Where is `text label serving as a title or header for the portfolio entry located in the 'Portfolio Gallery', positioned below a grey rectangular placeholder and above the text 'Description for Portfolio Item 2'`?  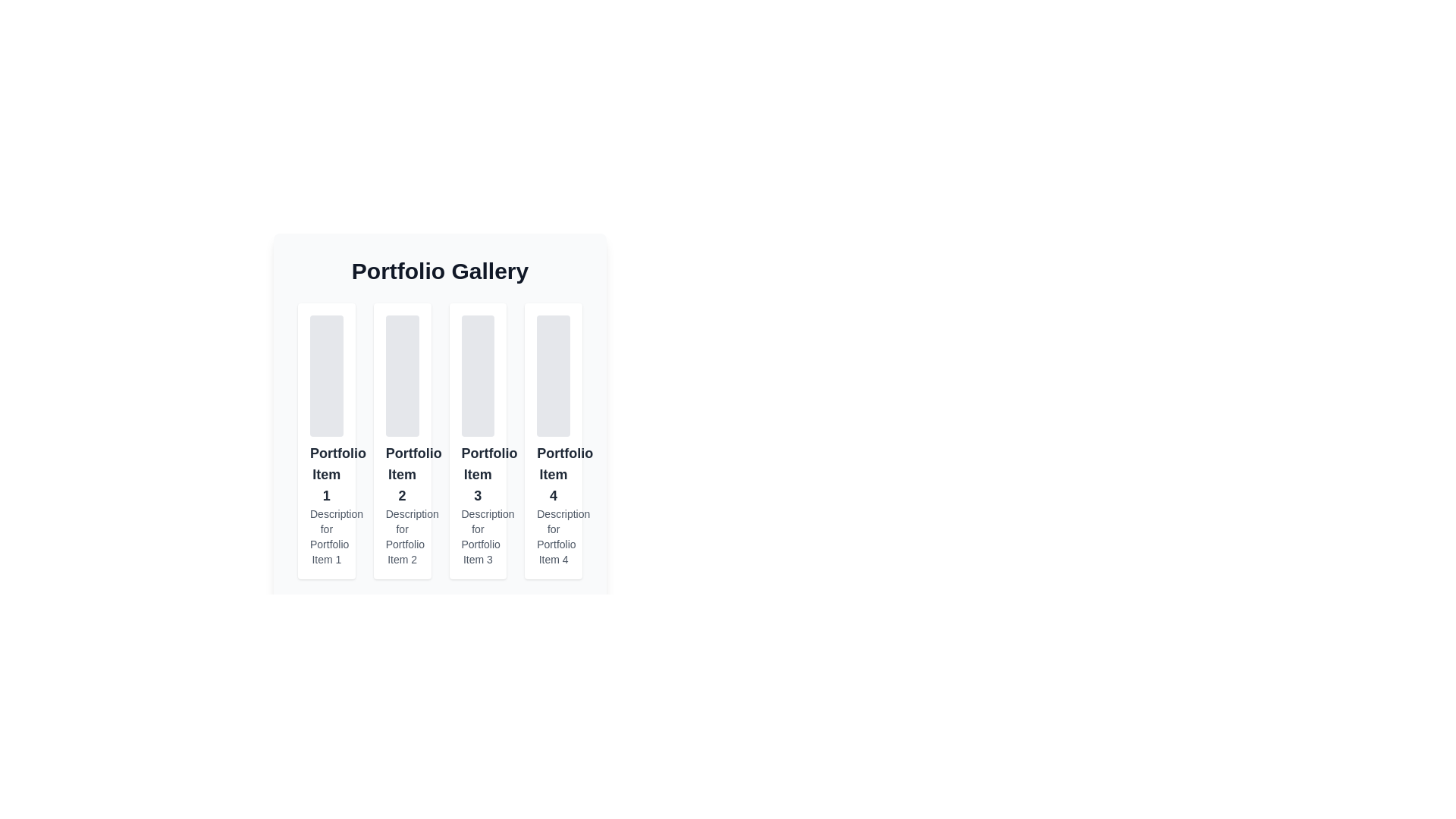 text label serving as a title or header for the portfolio entry located in the 'Portfolio Gallery', positioned below a grey rectangular placeholder and above the text 'Description for Portfolio Item 2' is located at coordinates (402, 473).